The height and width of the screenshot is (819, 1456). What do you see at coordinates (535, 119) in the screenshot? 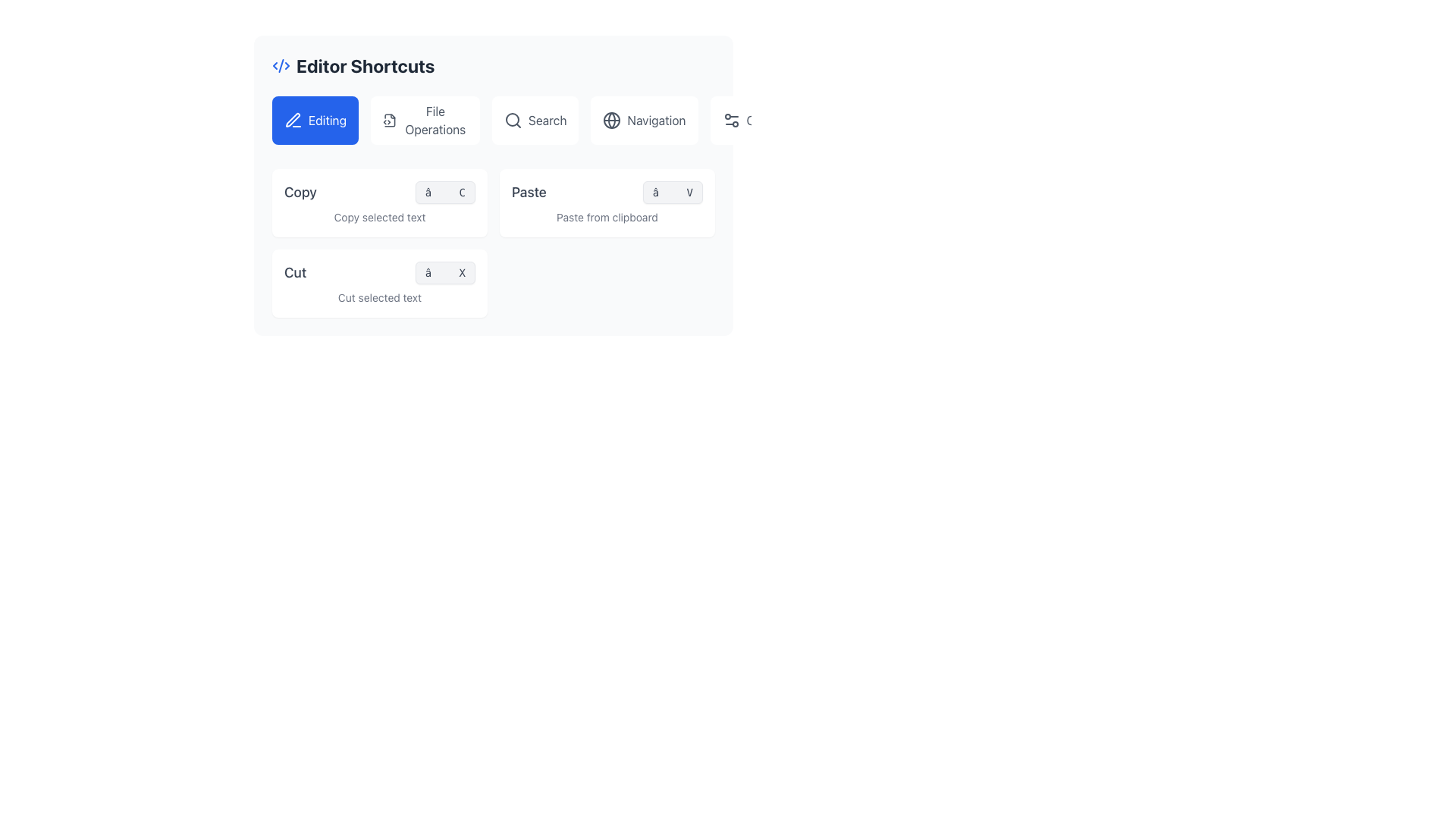
I see `the 'Search' button which consists of a magnifying glass icon and the text 'Search', located in the center of the navigation bar, third from the left` at bounding box center [535, 119].